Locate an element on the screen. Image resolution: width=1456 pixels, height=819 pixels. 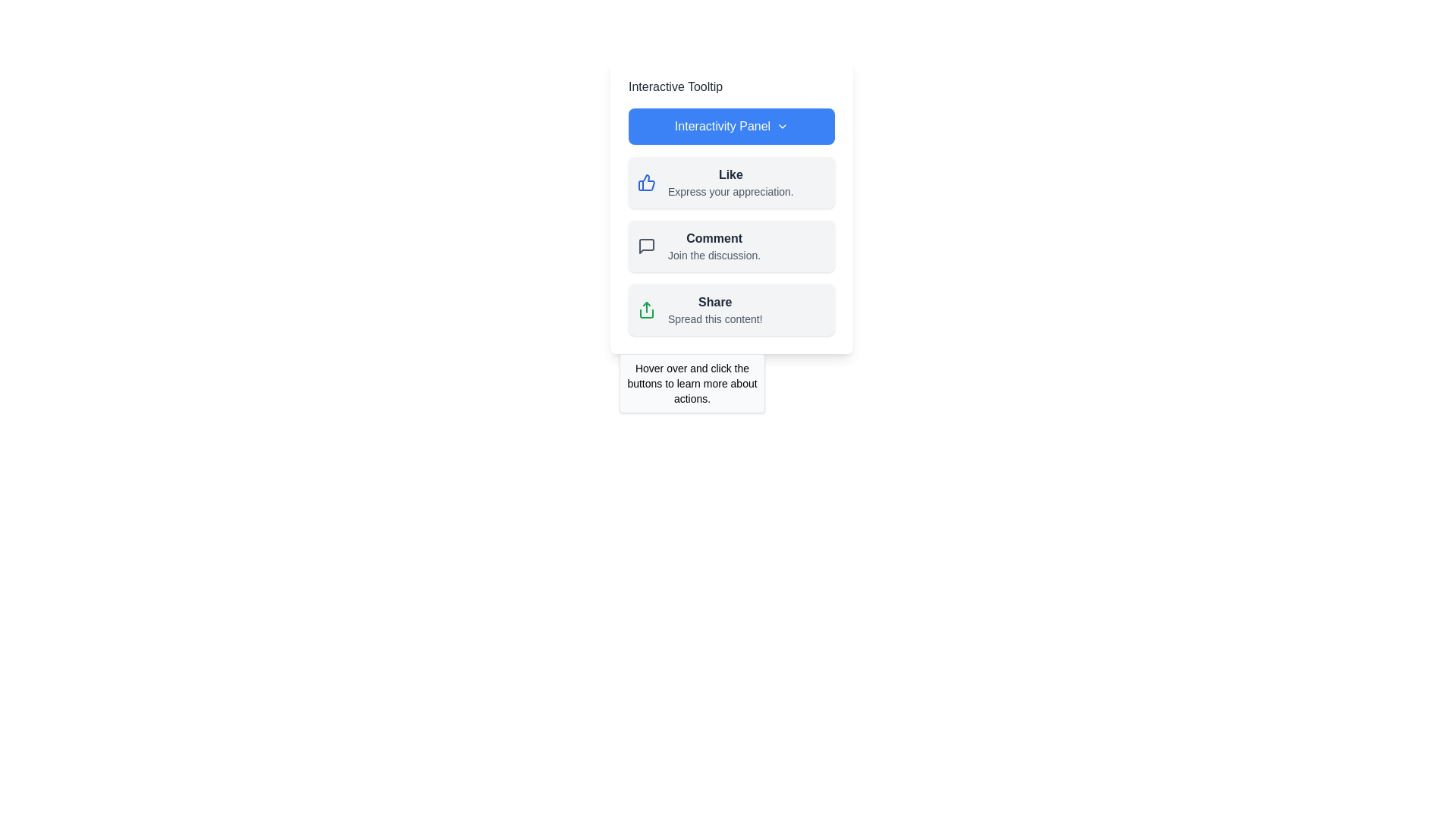
the 'Like' icon, which is a blue thumbs-up gesture located at the left side of the 'Like' text in the 'Interactive Tooltip' panel is located at coordinates (647, 181).